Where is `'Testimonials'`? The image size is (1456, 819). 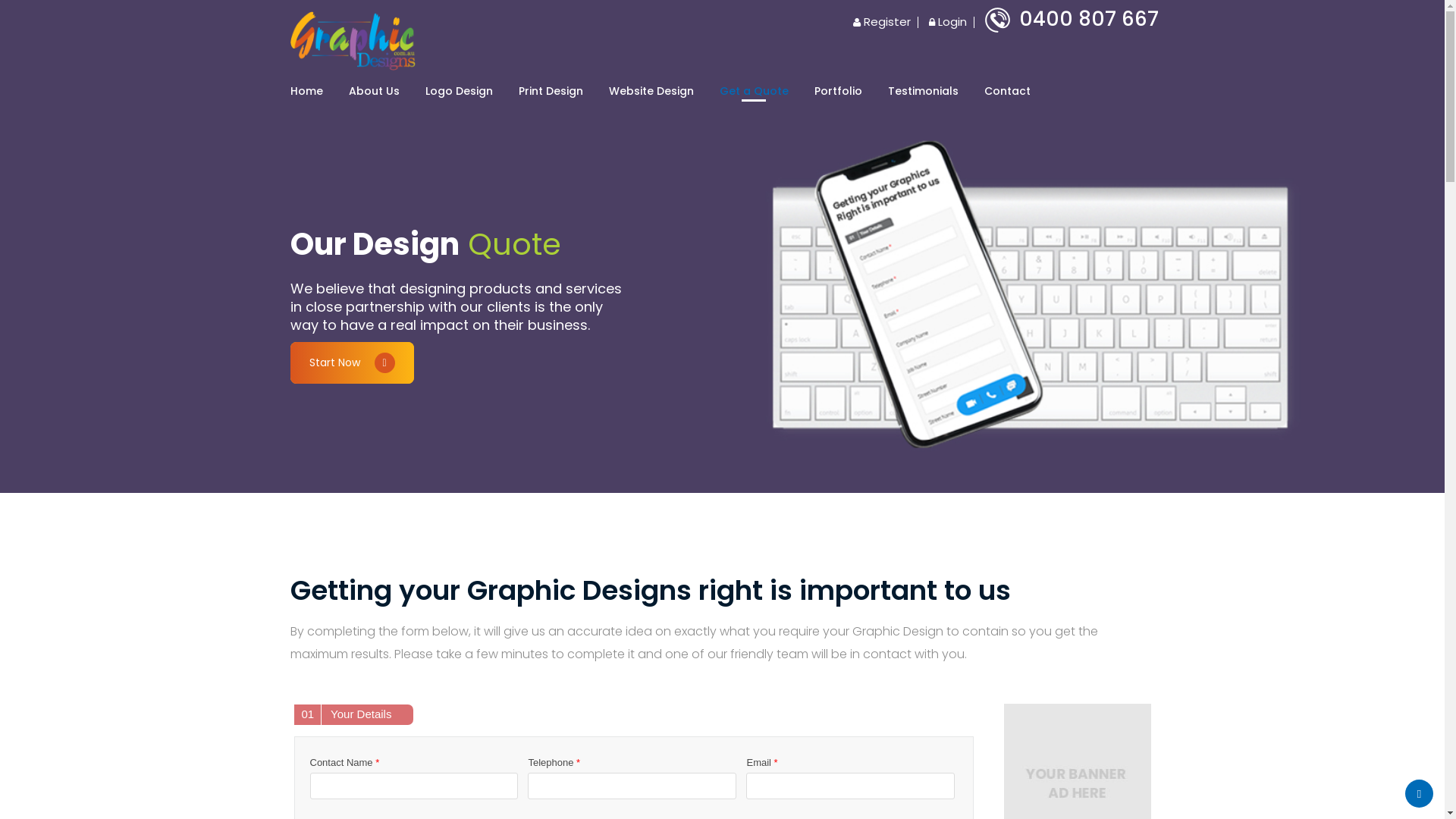 'Testimonials' is located at coordinates (921, 90).